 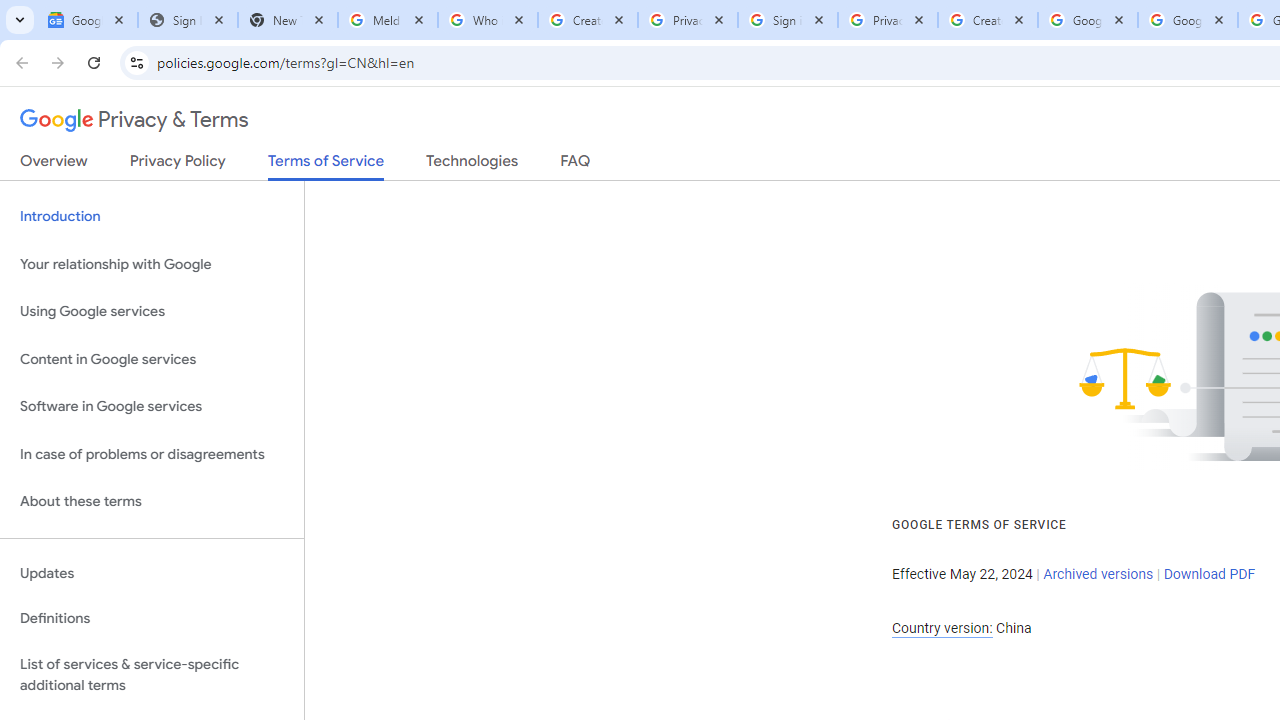 I want to click on 'Using Google services', so click(x=151, y=312).